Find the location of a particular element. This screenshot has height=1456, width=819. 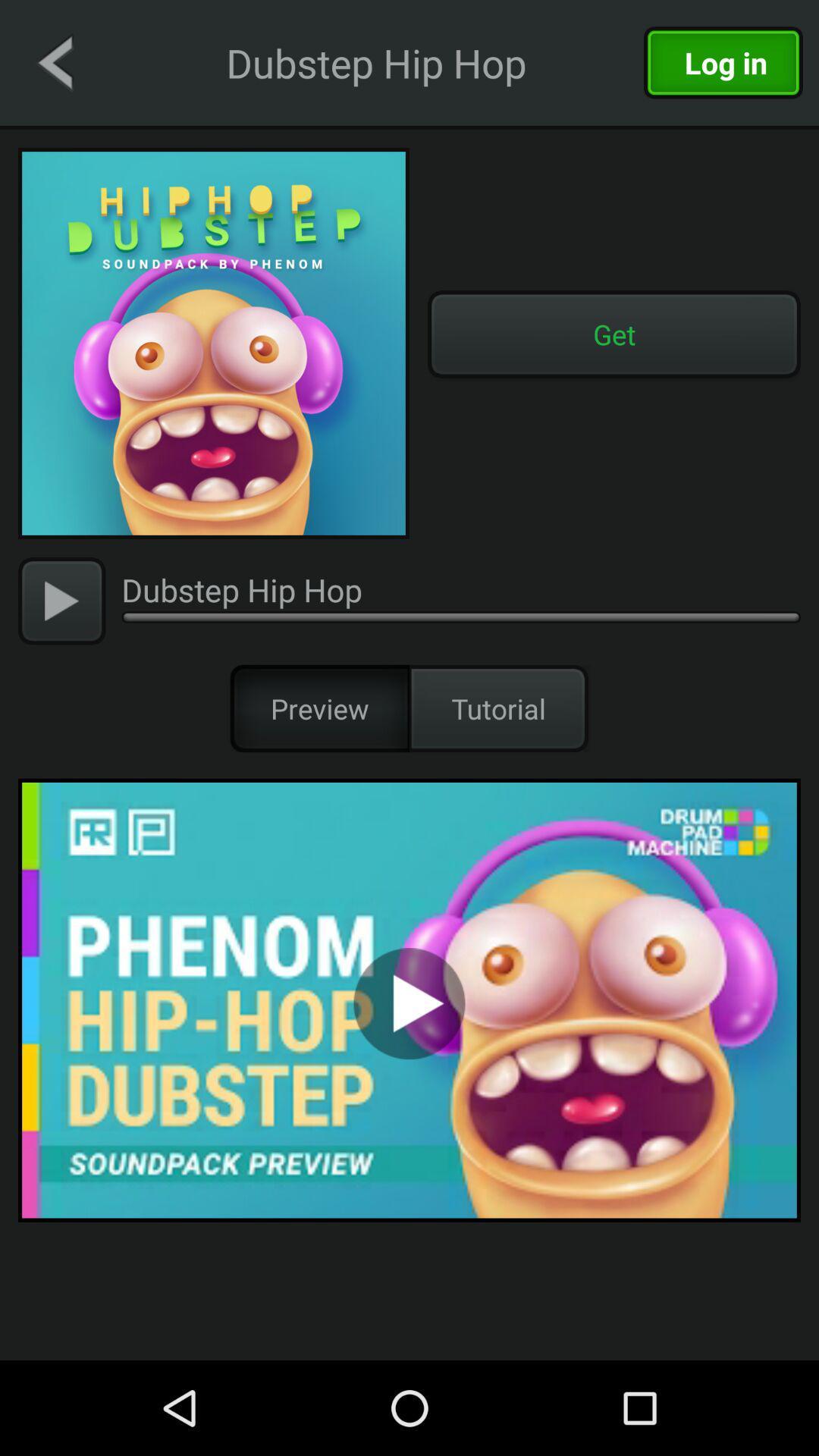

the hip hop dubstep picture is located at coordinates (213, 342).